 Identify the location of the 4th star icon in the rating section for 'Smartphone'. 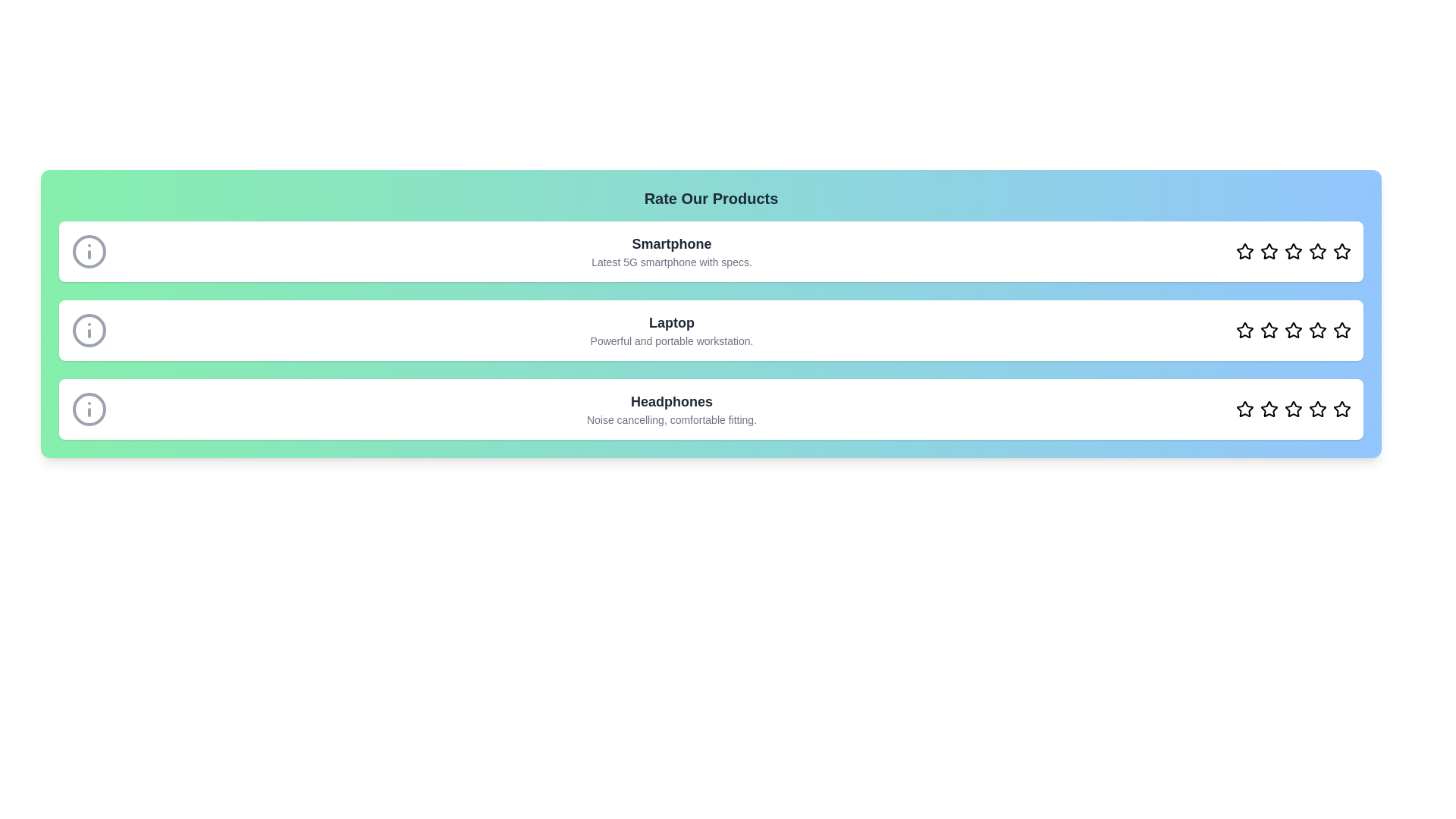
(1316, 250).